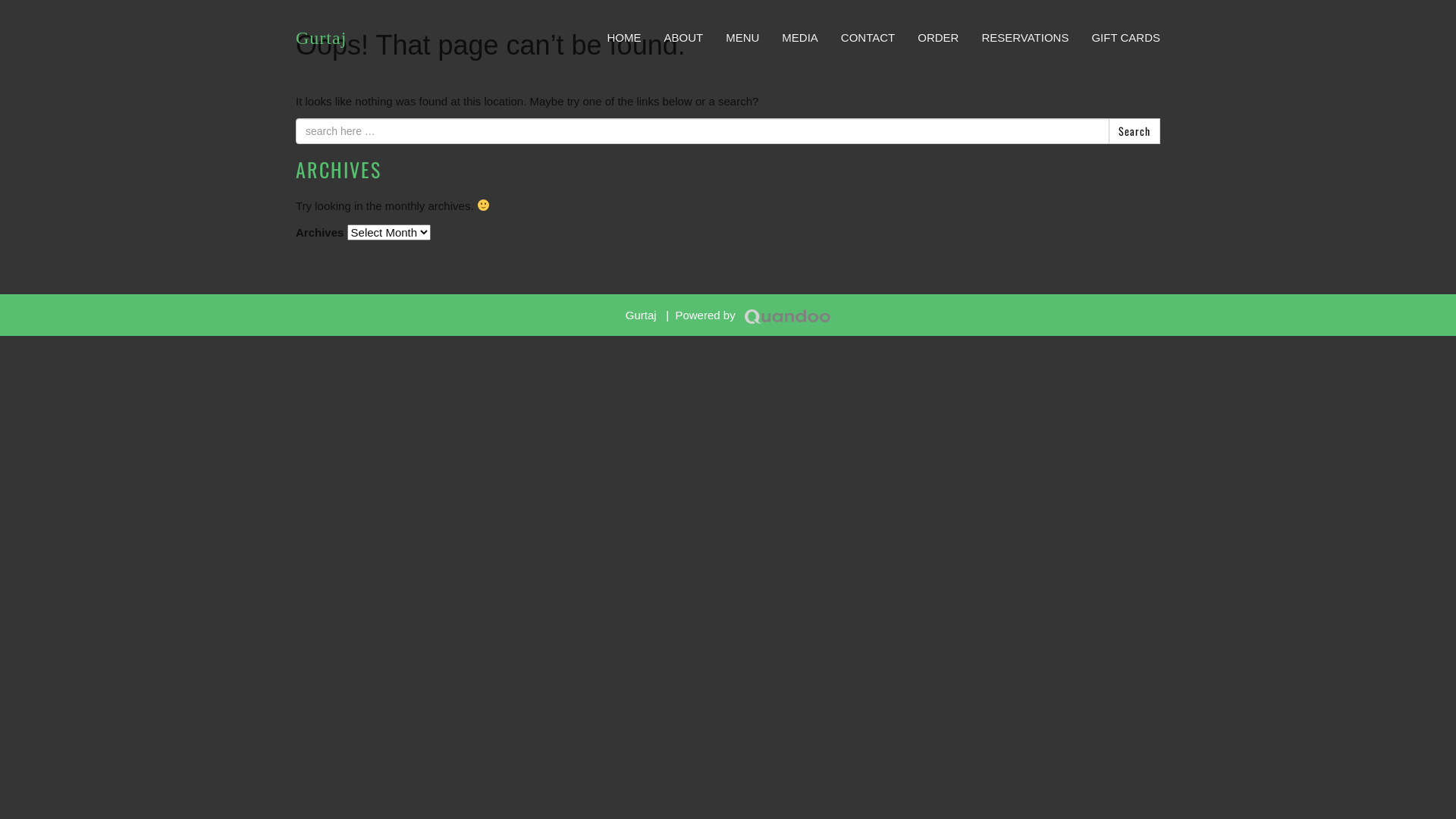  I want to click on 'Search', so click(1109, 130).